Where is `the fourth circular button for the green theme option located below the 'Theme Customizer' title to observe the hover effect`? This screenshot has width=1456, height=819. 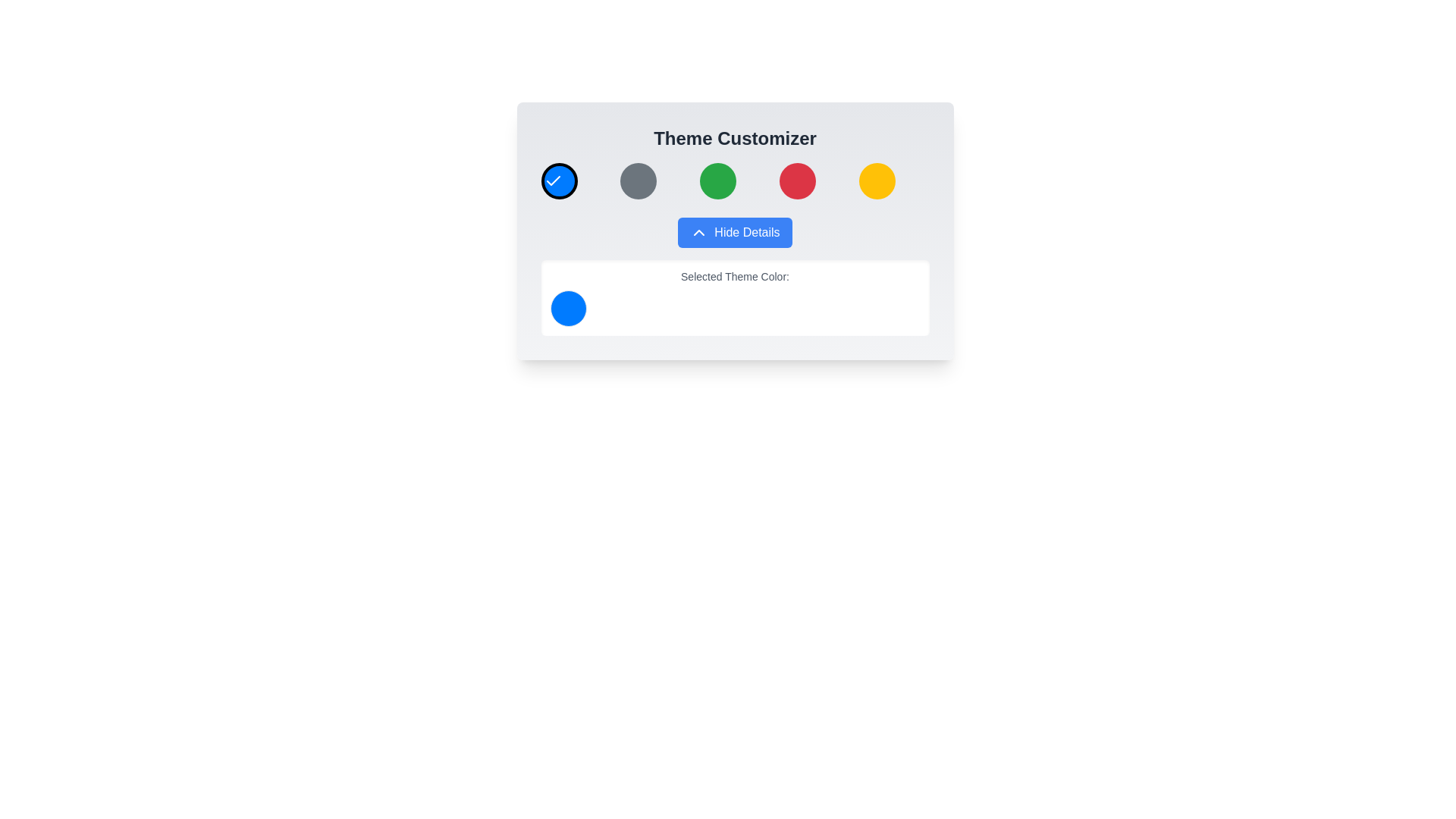
the fourth circular button for the green theme option located below the 'Theme Customizer' title to observe the hover effect is located at coordinates (717, 180).